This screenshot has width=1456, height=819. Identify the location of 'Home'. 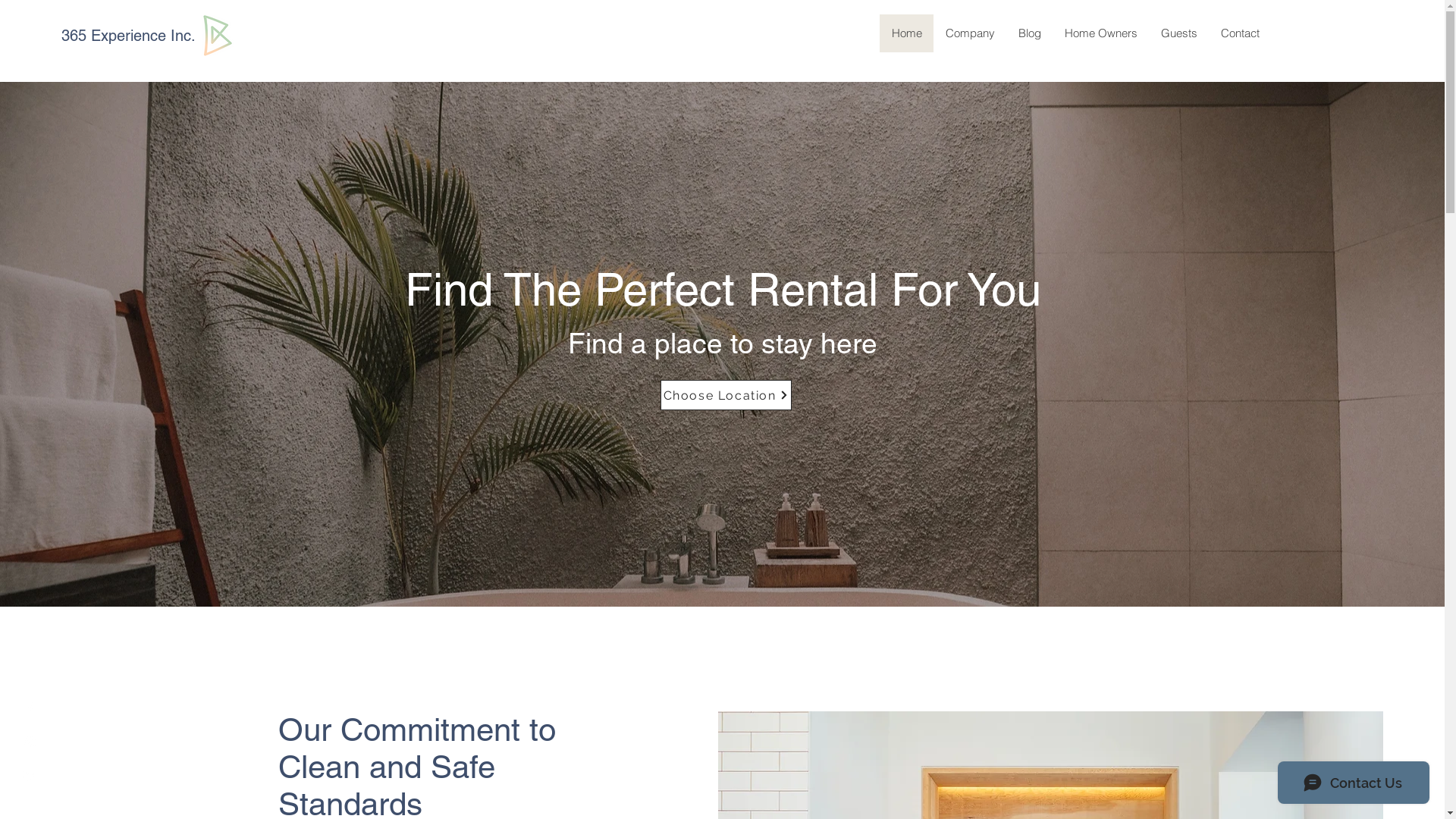
(906, 33).